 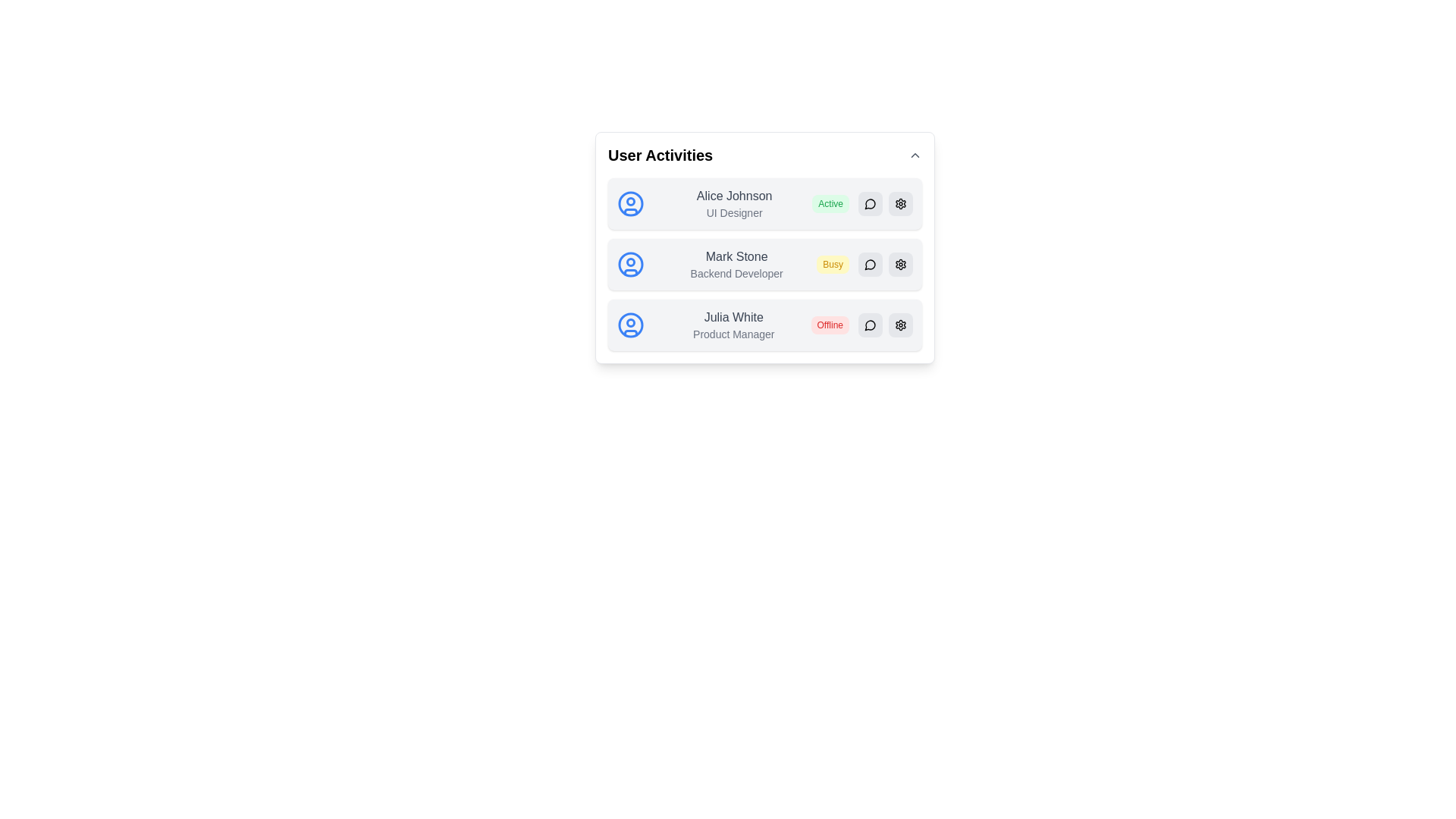 I want to click on the rounded square button with a gear icon, so click(x=901, y=203).